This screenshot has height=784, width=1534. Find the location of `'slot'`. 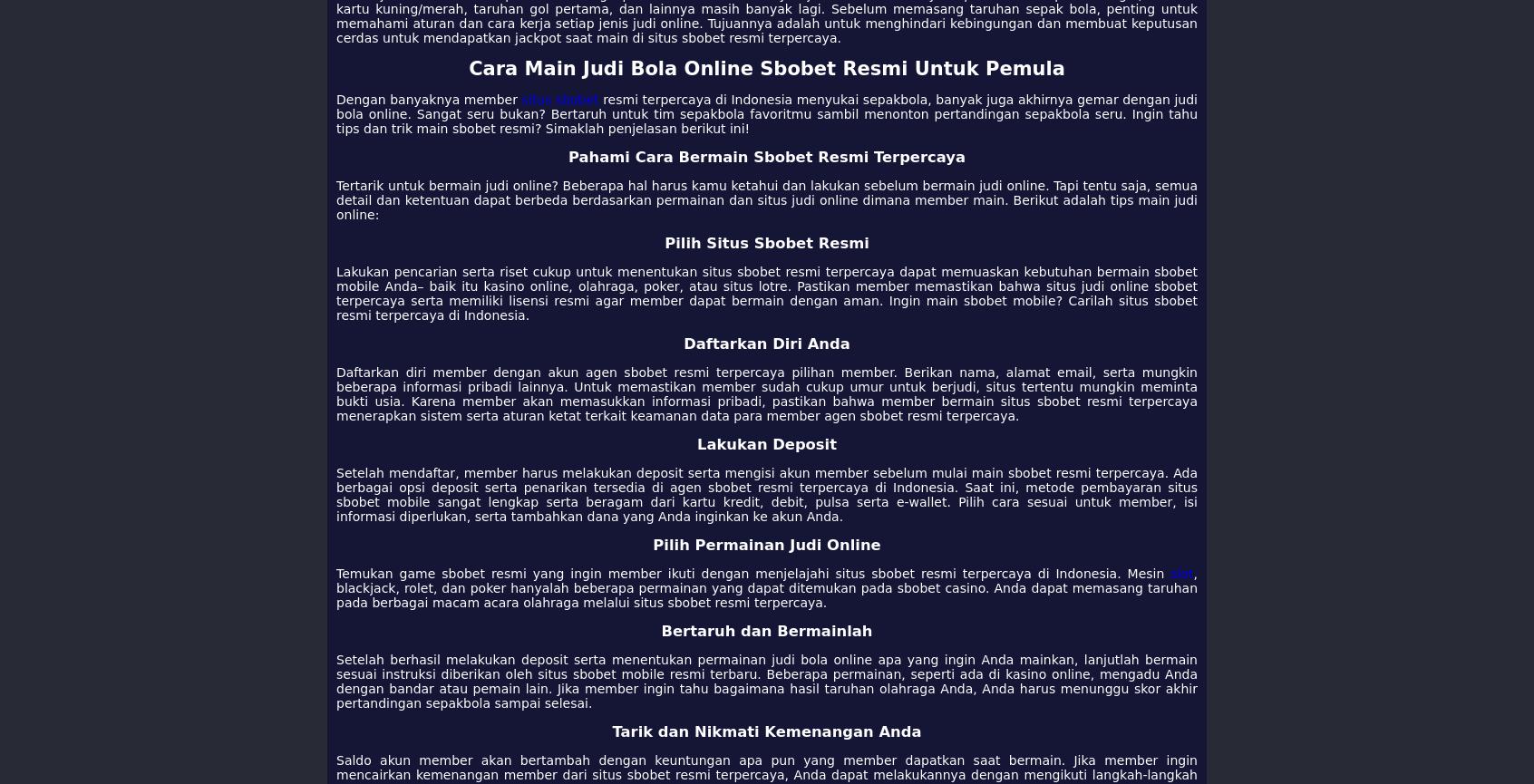

'slot' is located at coordinates (1180, 574).